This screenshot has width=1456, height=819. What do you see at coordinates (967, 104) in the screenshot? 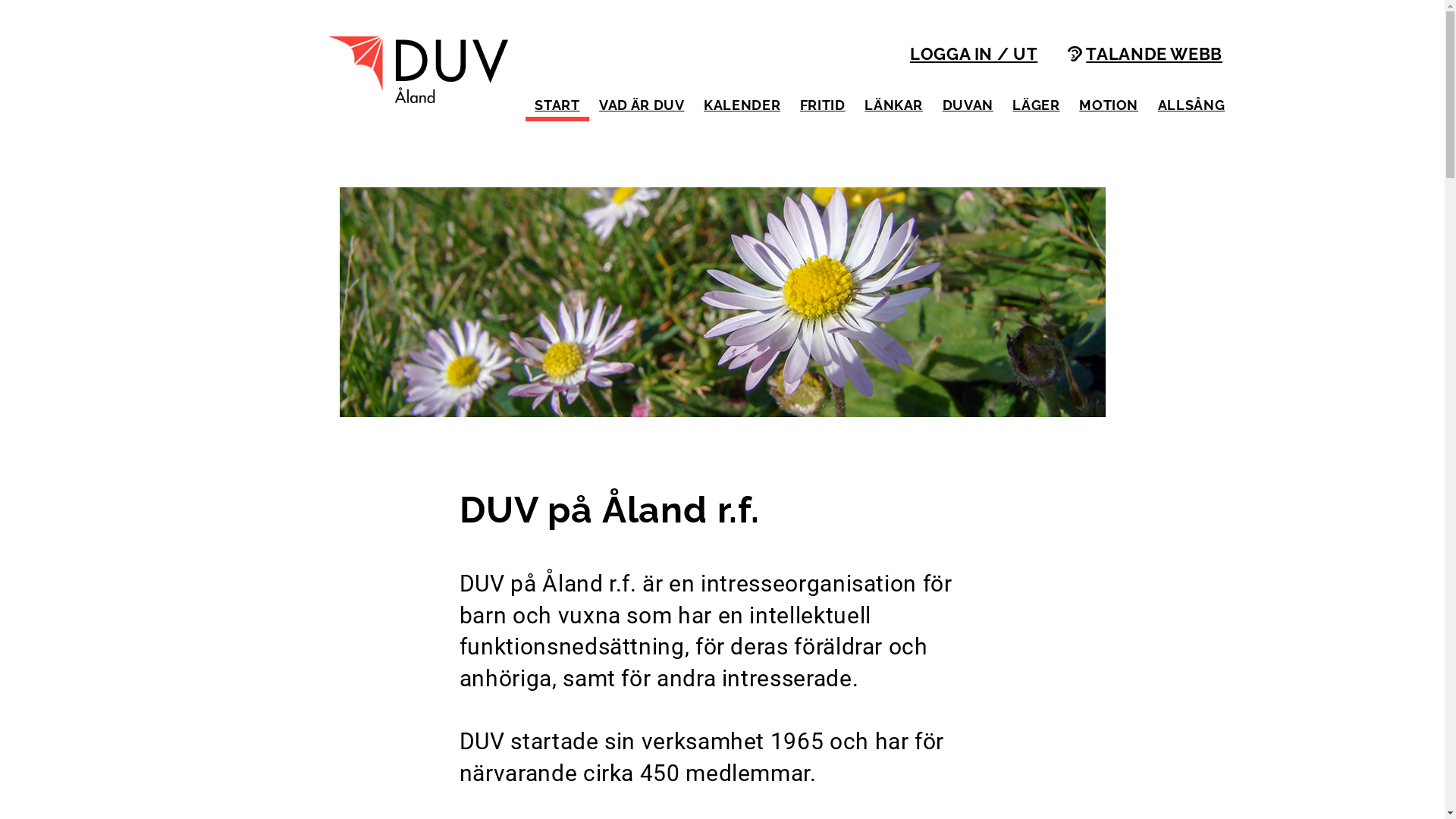
I see `'DUVAN'` at bounding box center [967, 104].